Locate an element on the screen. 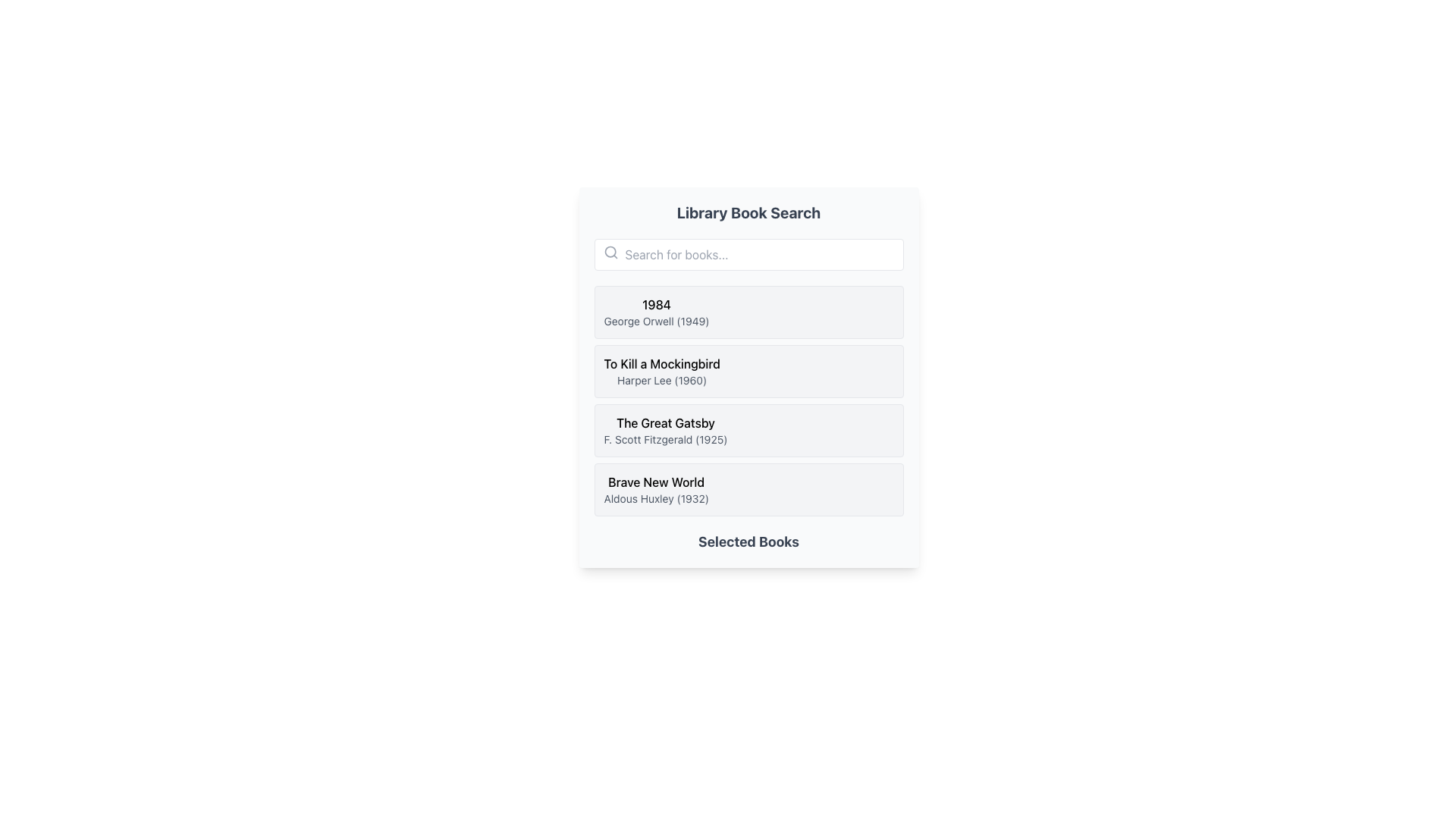 This screenshot has width=1456, height=819. the selectable card element displaying 'Brave New World' by Aldous Huxley, positioned as the last item in the list of cards is located at coordinates (748, 489).